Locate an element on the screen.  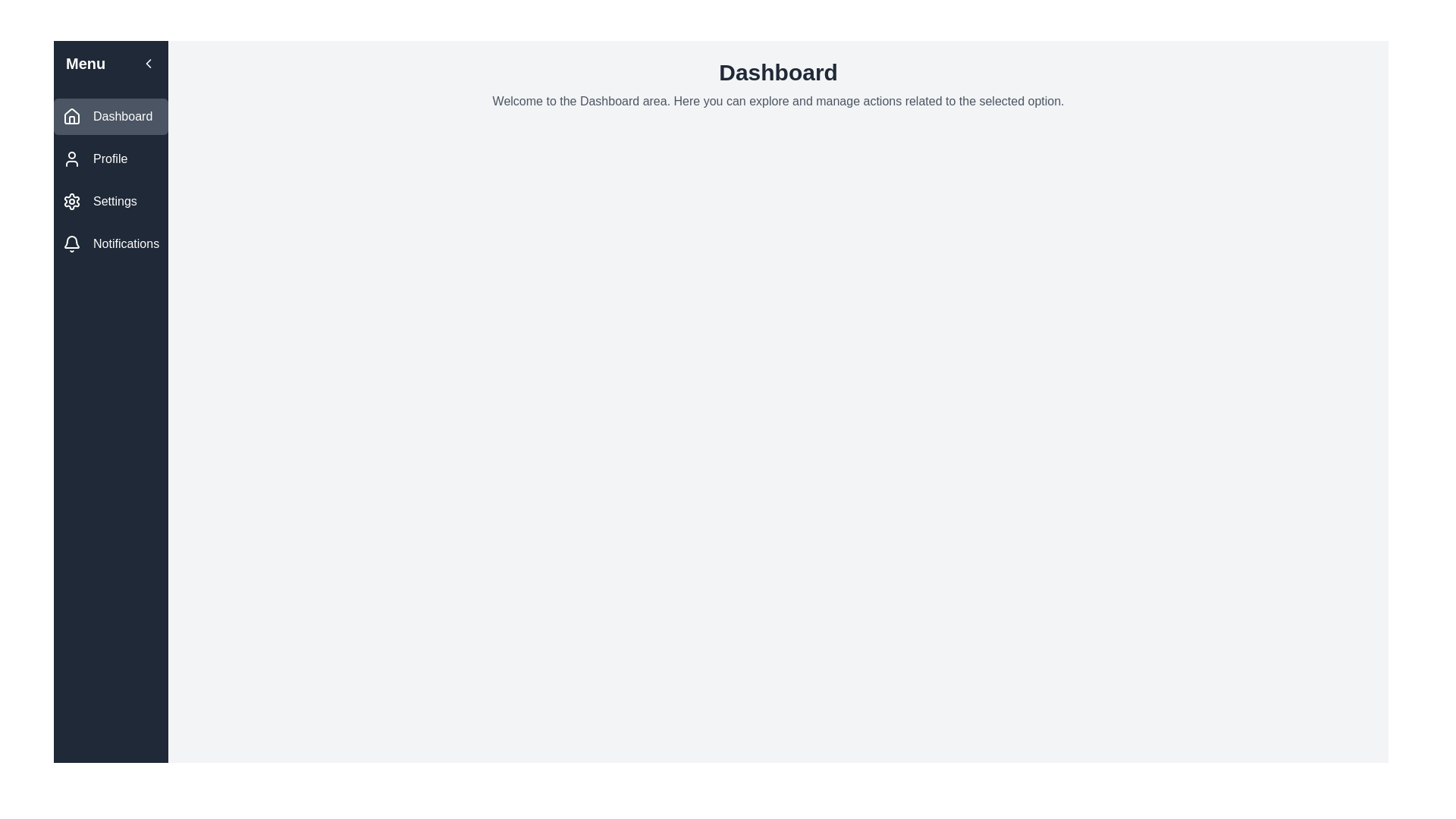
the profile icon located on the left vertical navigation bar, which is a minimalistic user representation icon positioned above the text 'Profile' is located at coordinates (71, 158).